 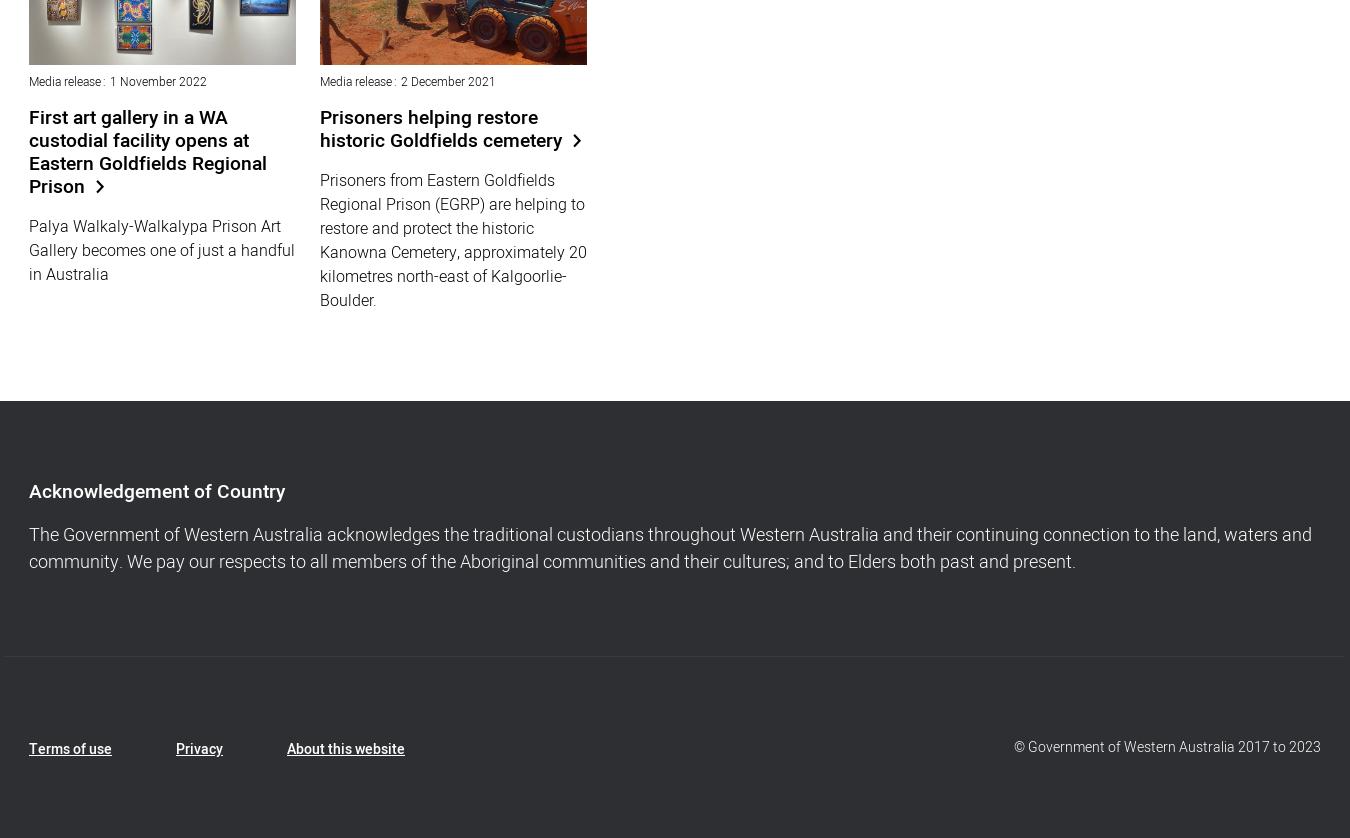 What do you see at coordinates (1166, 746) in the screenshot?
I see `'© Government of Western Australia 2017 to 2023'` at bounding box center [1166, 746].